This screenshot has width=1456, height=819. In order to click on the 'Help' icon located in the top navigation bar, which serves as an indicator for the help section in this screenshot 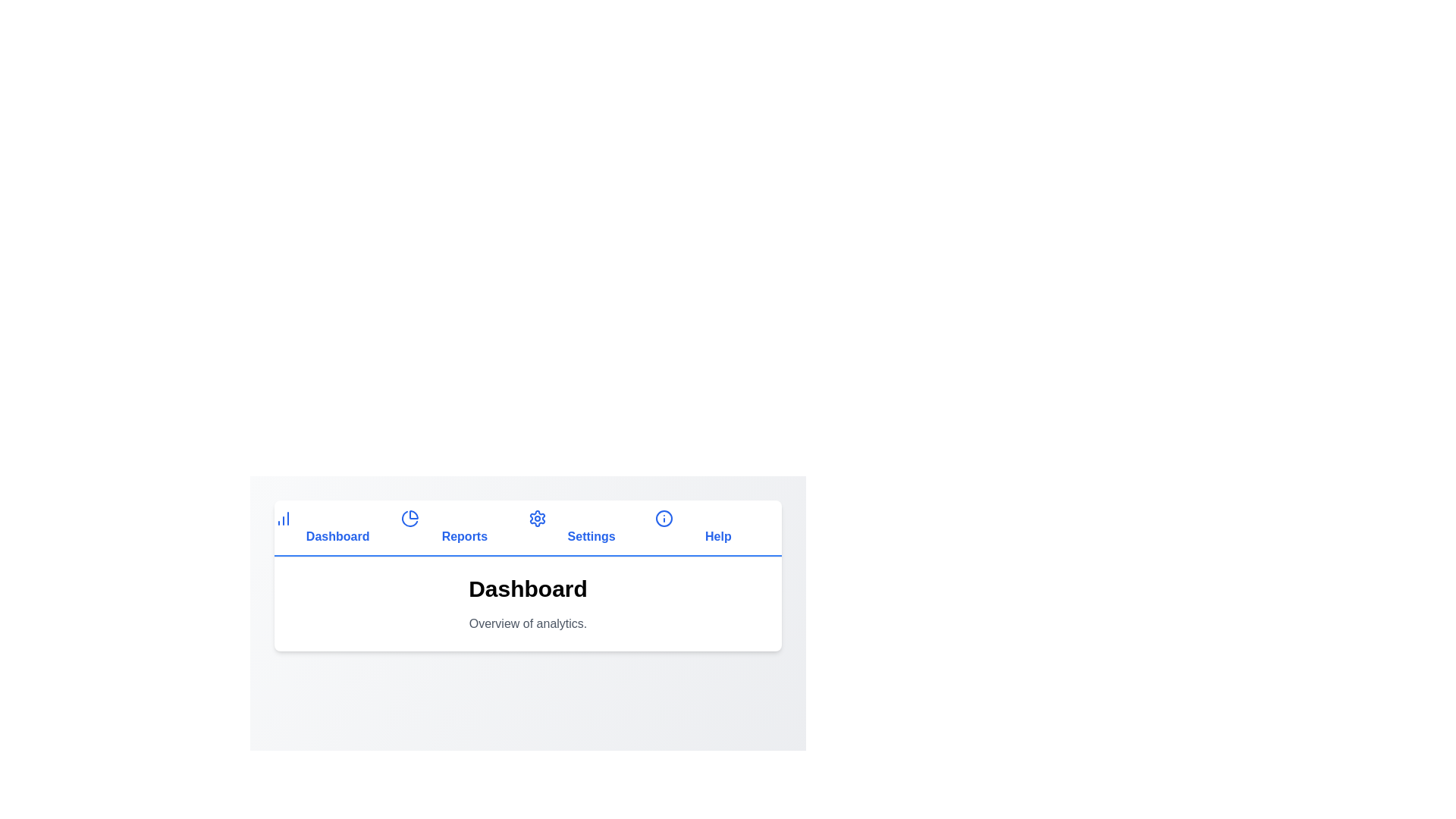, I will do `click(664, 517)`.